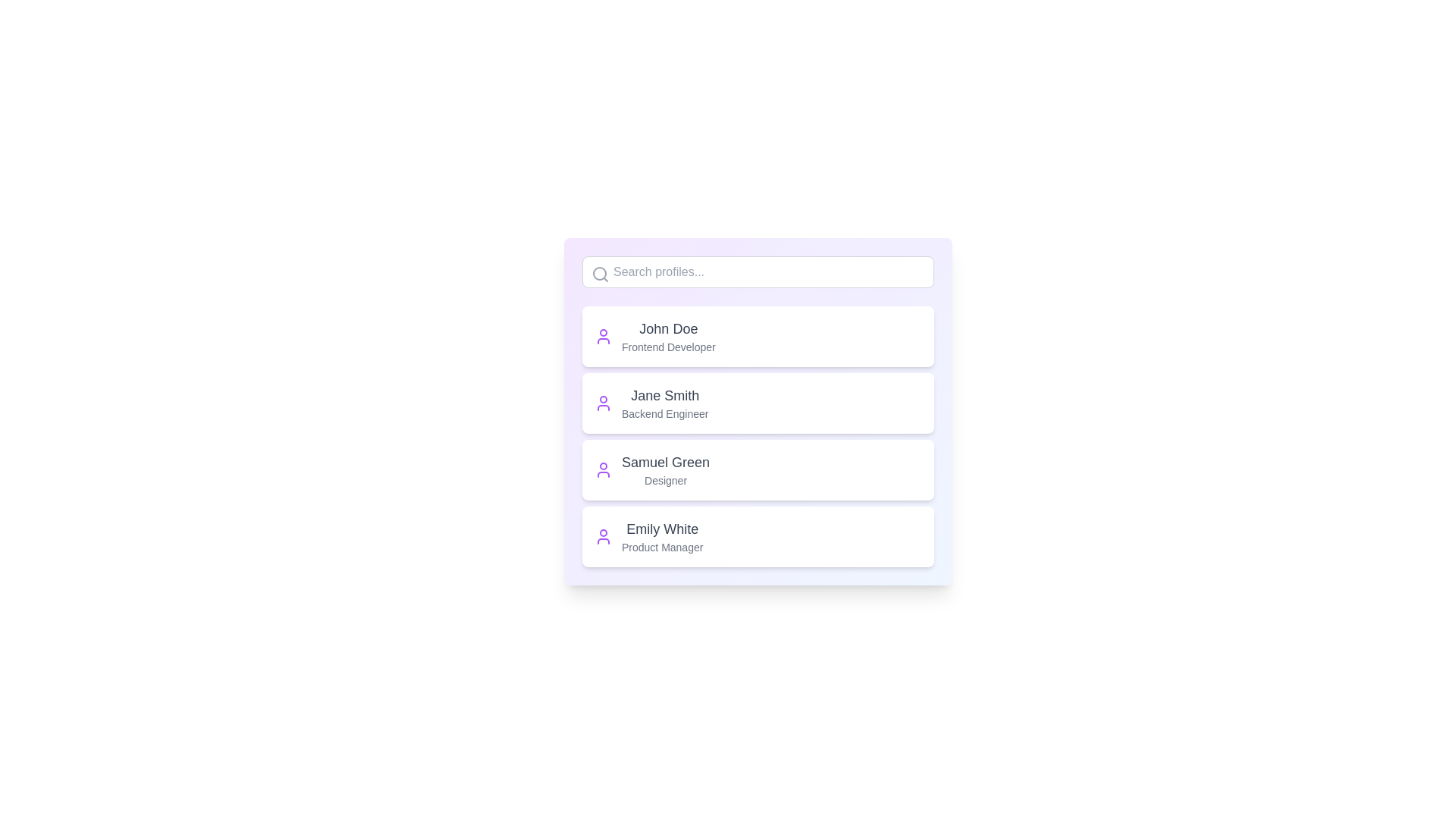  What do you see at coordinates (758, 536) in the screenshot?
I see `to select the profile entry for Emily White, a Product Manager, located at the bottom of the vertical list of profiles` at bounding box center [758, 536].